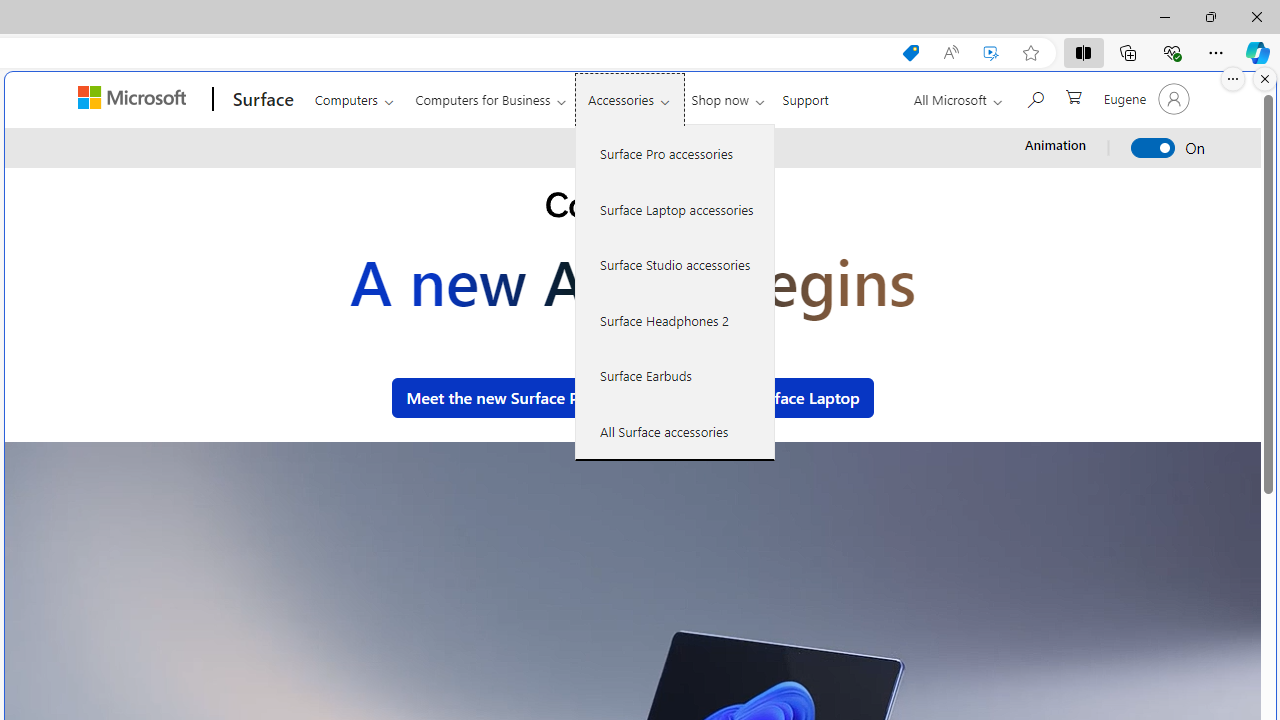 This screenshot has width=1280, height=720. Describe the element at coordinates (805, 96) in the screenshot. I see `'Support'` at that location.